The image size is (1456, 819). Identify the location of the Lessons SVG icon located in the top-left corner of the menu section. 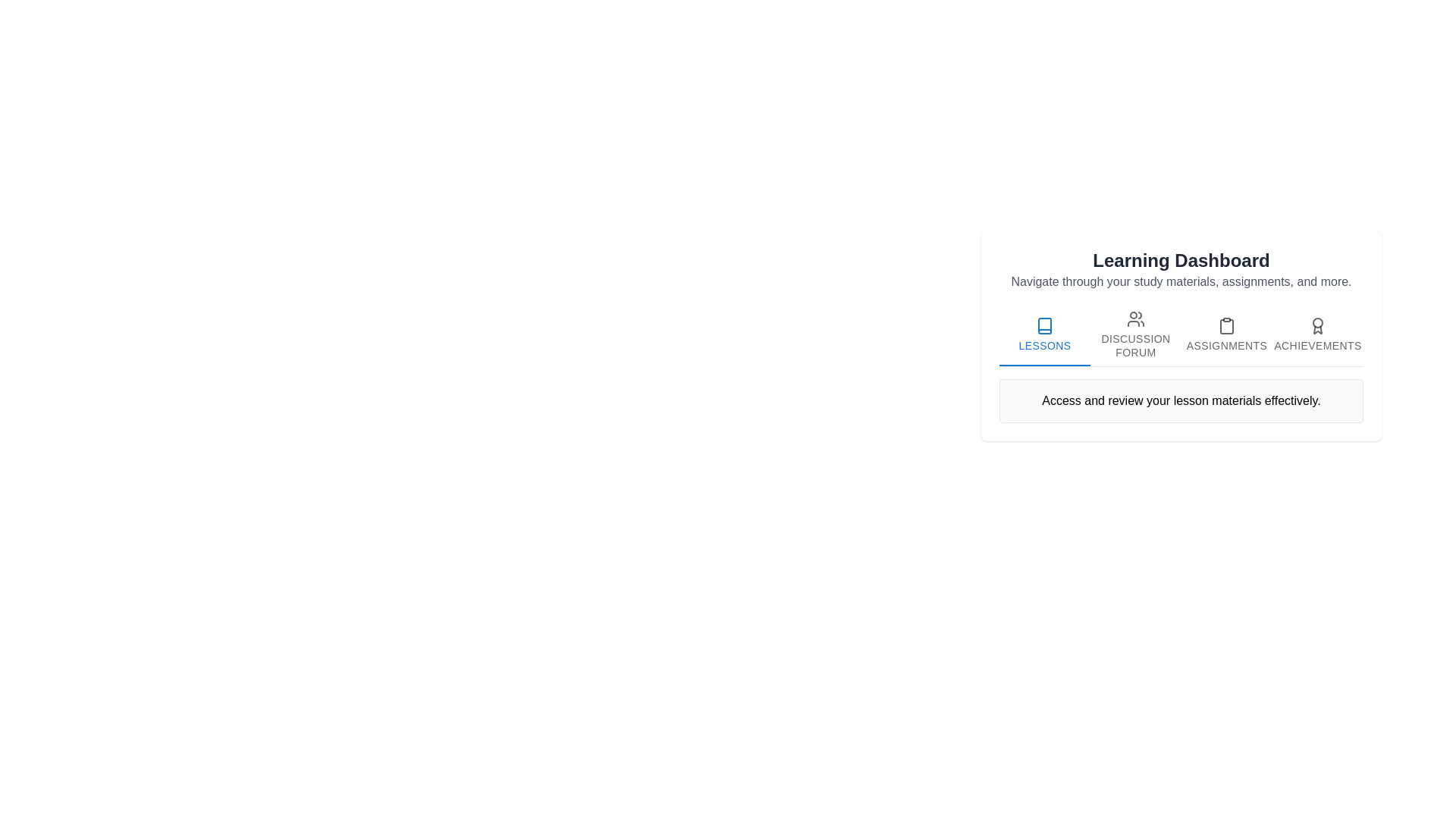
(1043, 324).